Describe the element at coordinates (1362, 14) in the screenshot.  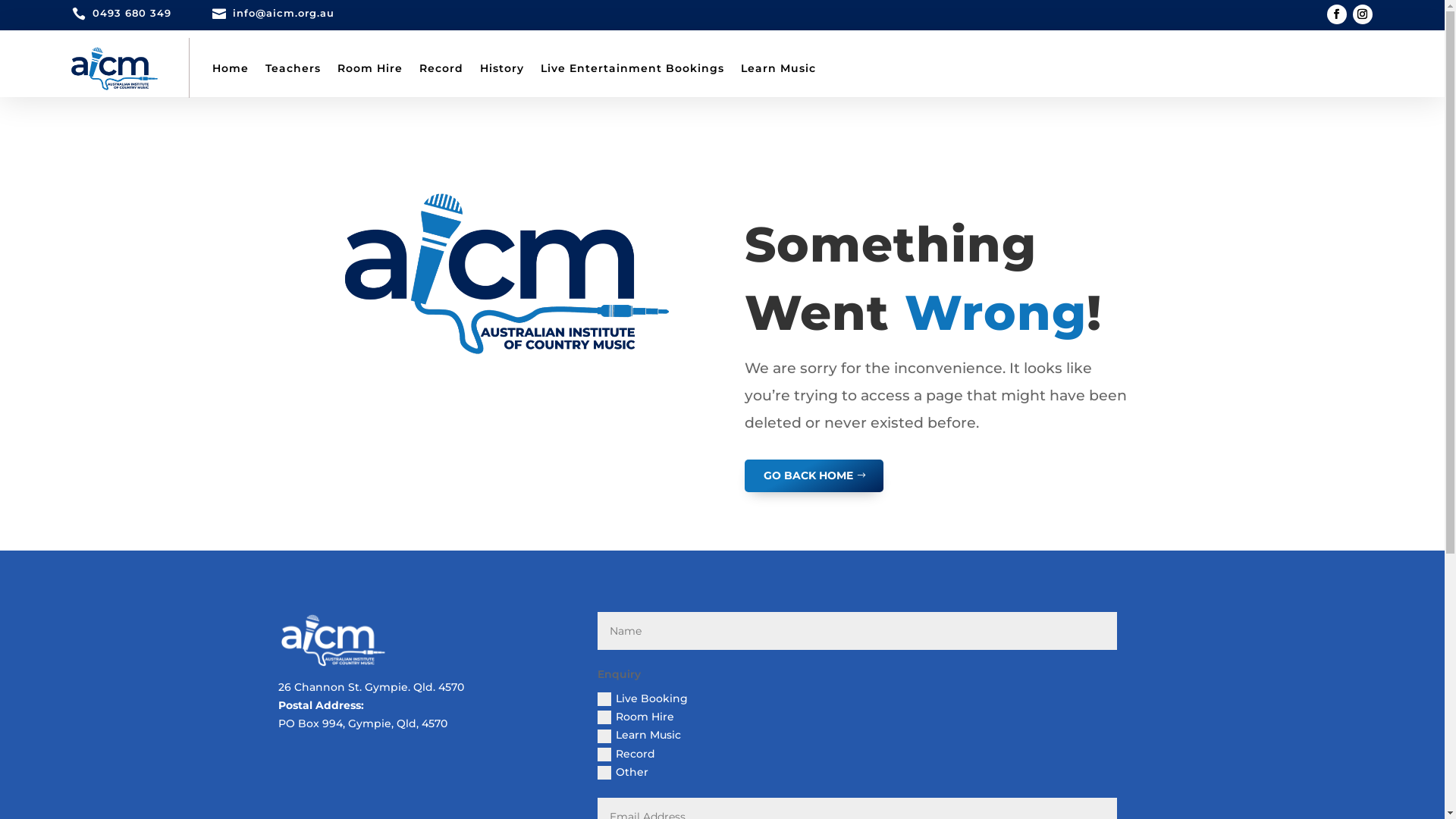
I see `'Follow on Instagram'` at that location.